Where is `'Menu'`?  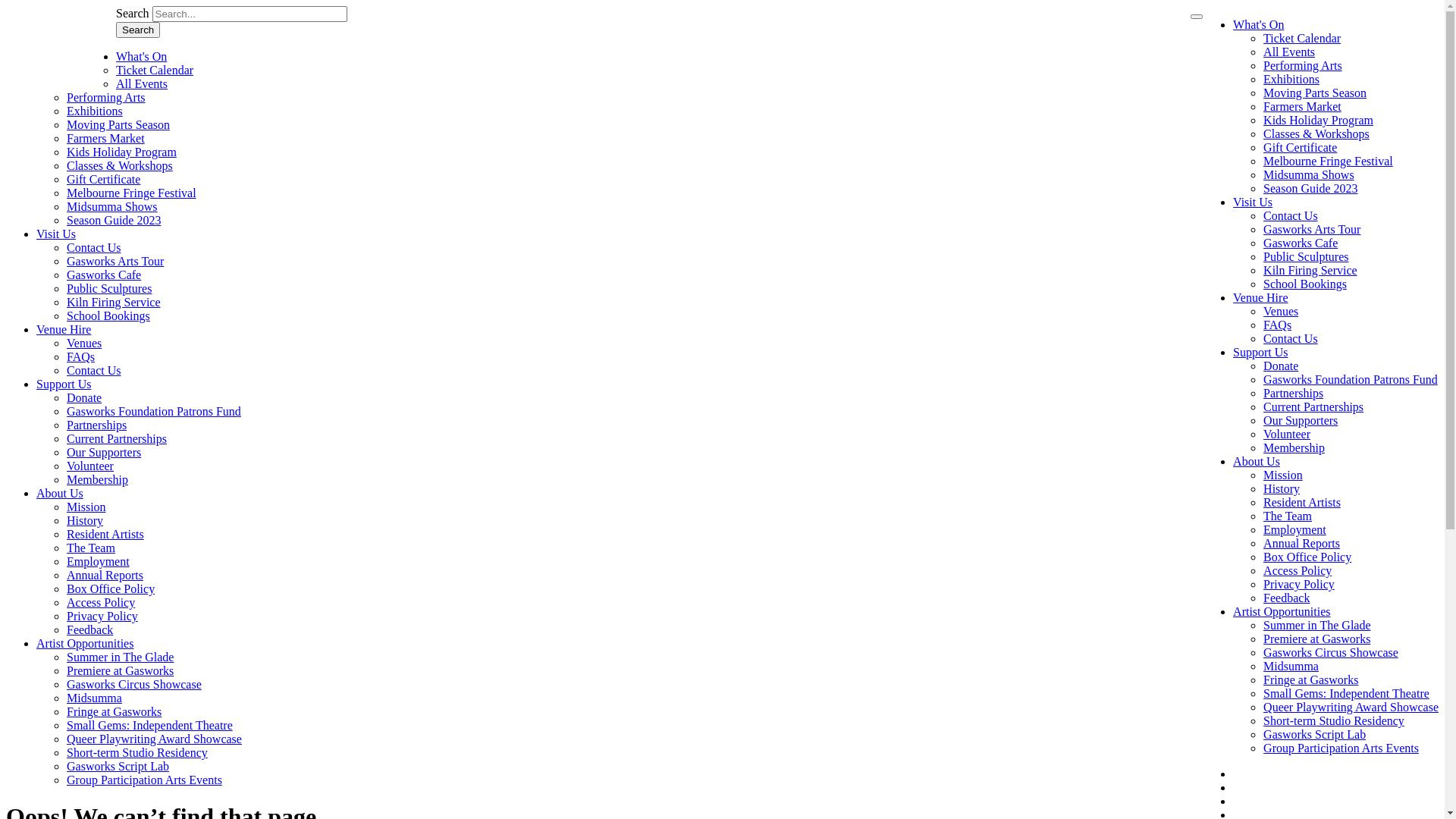 'Menu' is located at coordinates (1189, 17).